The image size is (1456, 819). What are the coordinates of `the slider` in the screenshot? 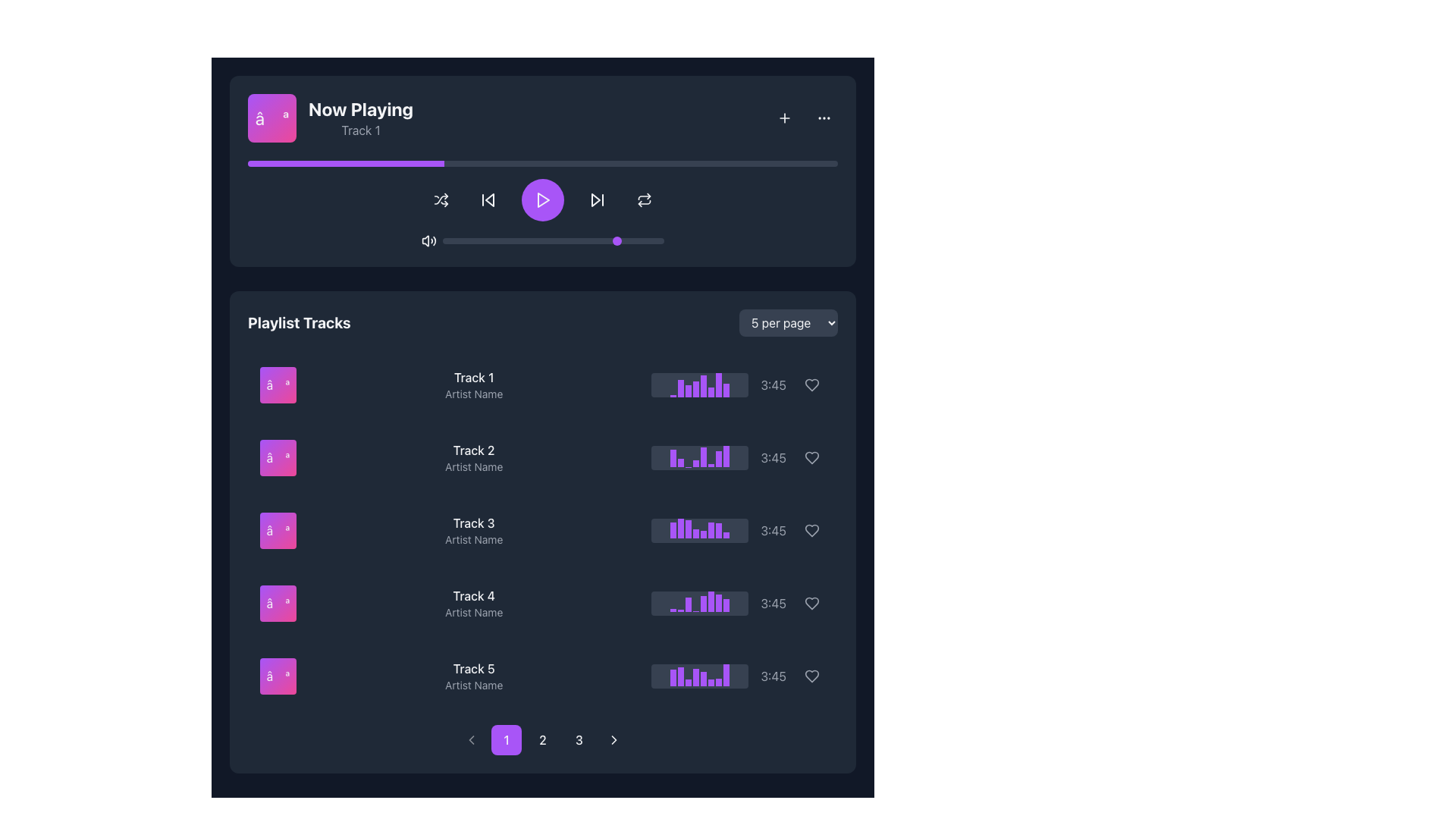 It's located at (597, 240).